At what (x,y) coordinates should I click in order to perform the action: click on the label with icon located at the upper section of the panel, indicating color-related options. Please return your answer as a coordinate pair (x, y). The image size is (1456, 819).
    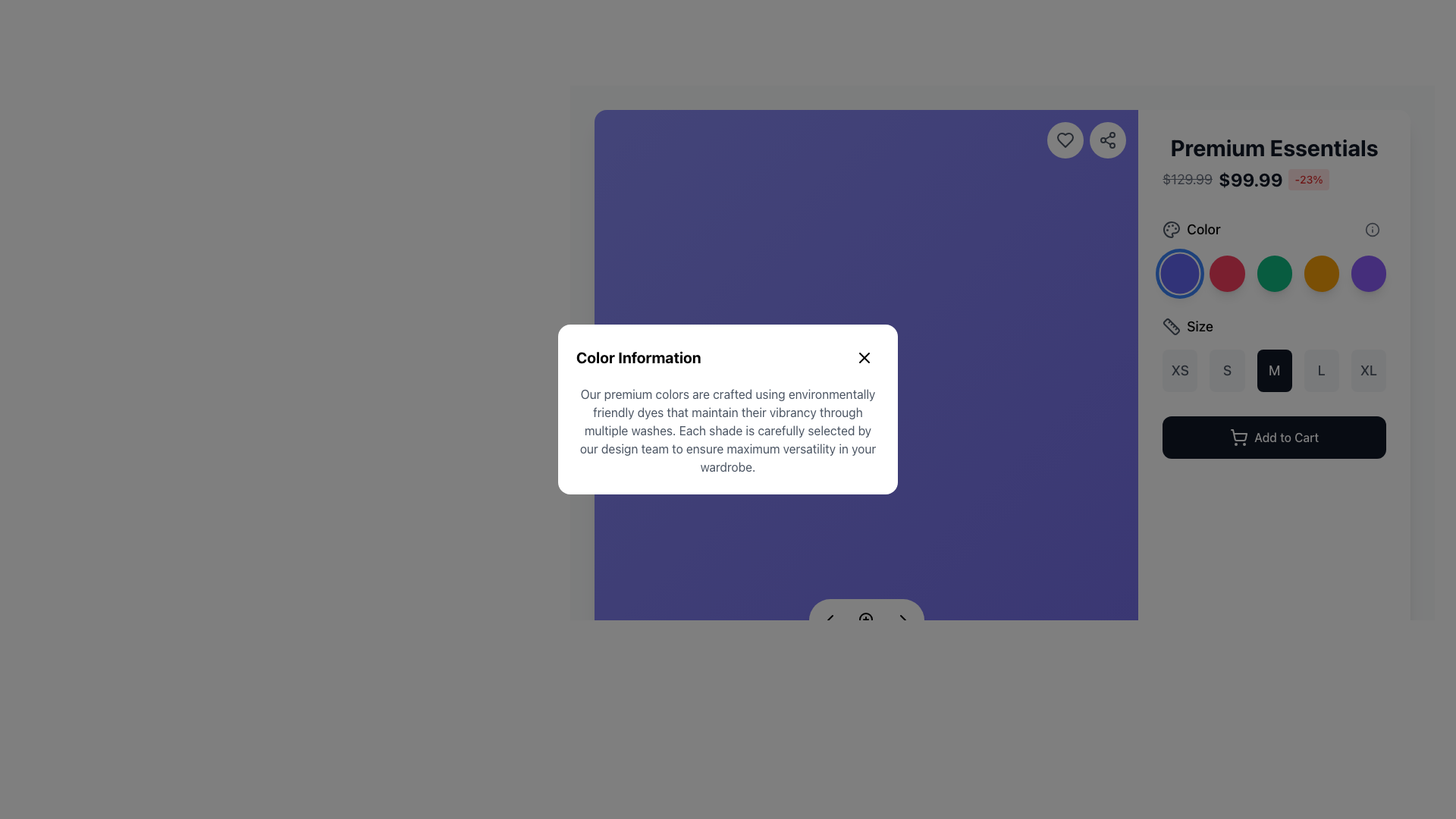
    Looking at the image, I should click on (1191, 230).